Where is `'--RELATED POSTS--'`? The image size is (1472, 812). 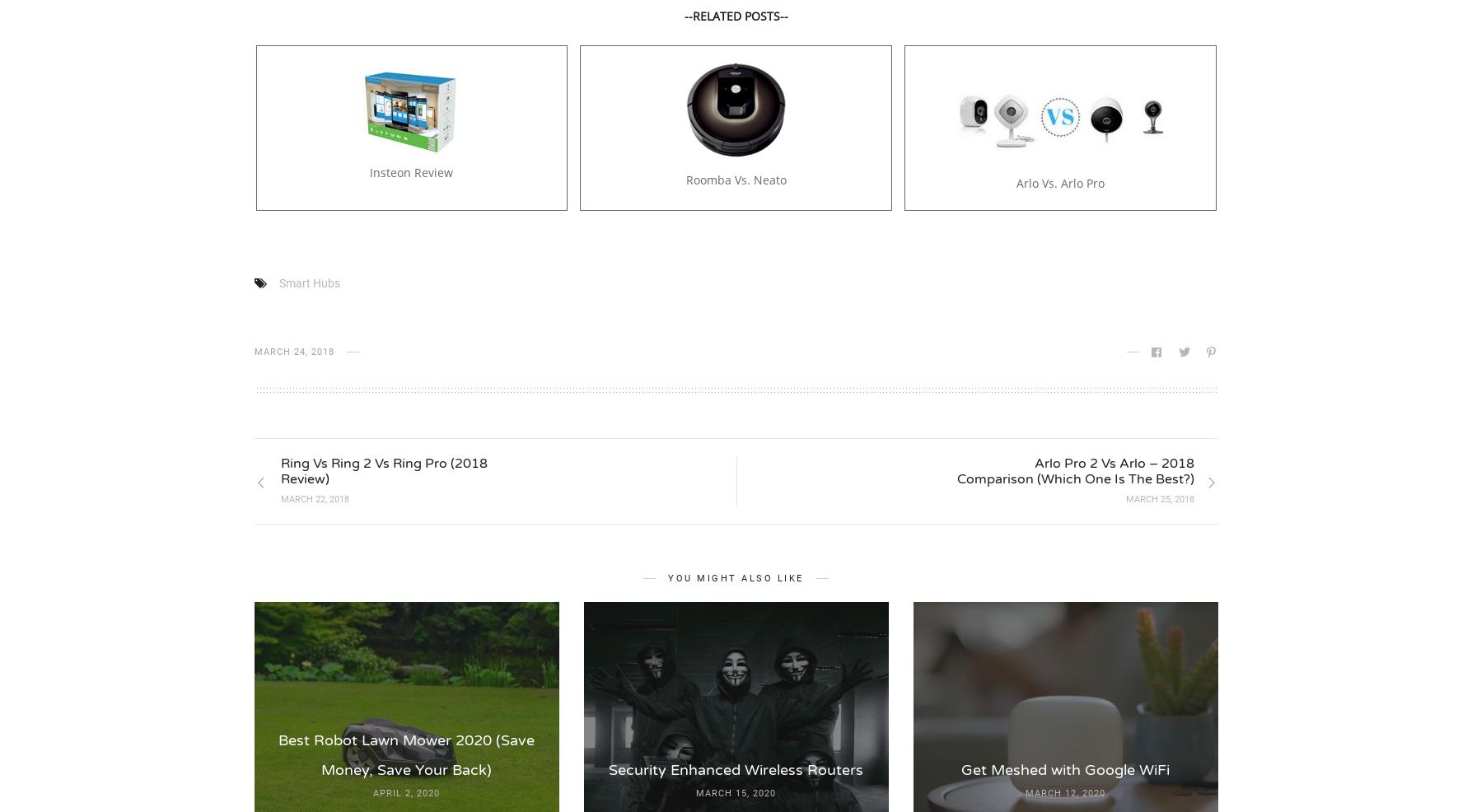
'--RELATED POSTS--' is located at coordinates (735, 15).